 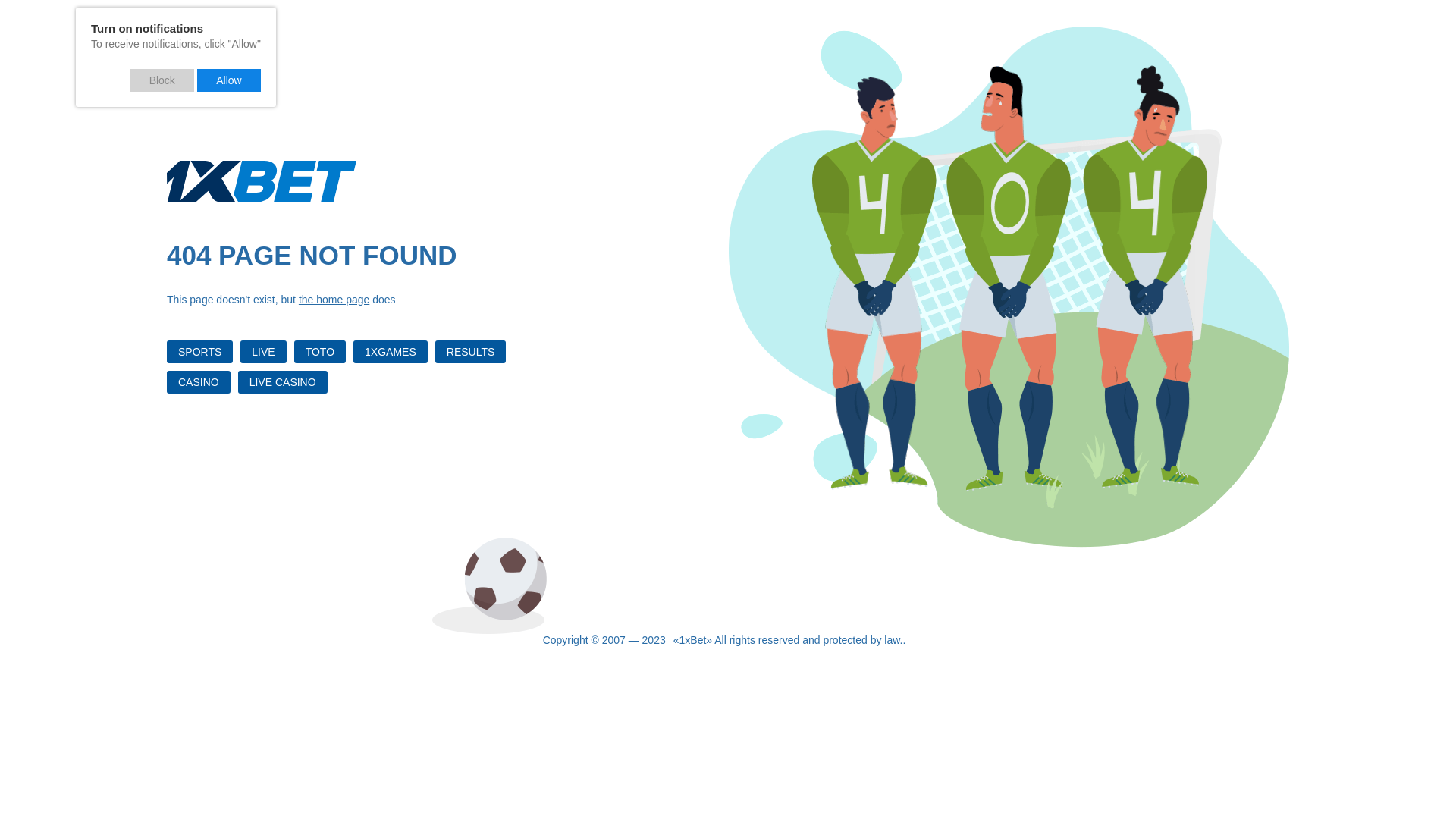 What do you see at coordinates (262, 351) in the screenshot?
I see `'LIVE'` at bounding box center [262, 351].